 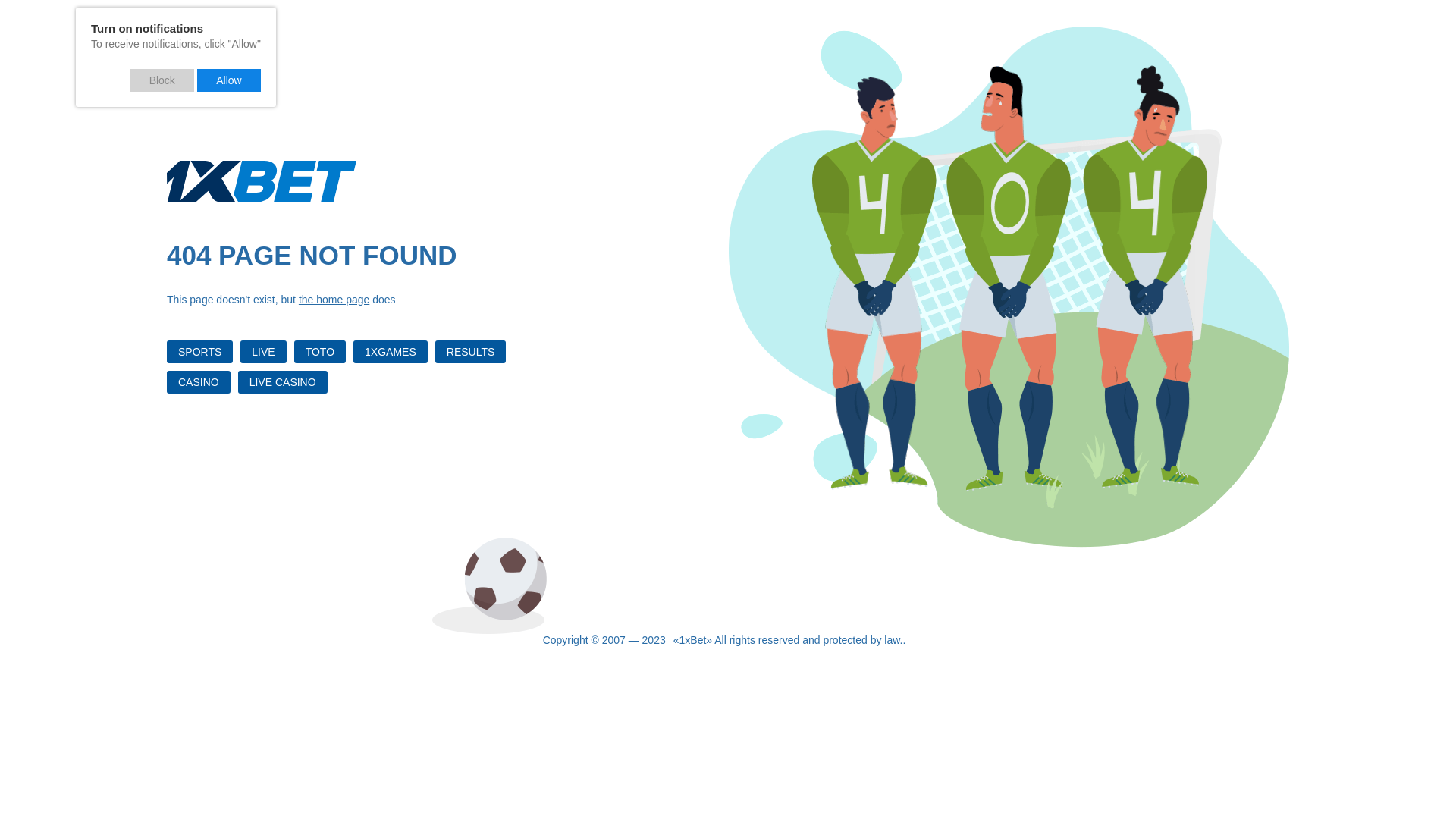 What do you see at coordinates (262, 351) in the screenshot?
I see `'LIVE'` at bounding box center [262, 351].